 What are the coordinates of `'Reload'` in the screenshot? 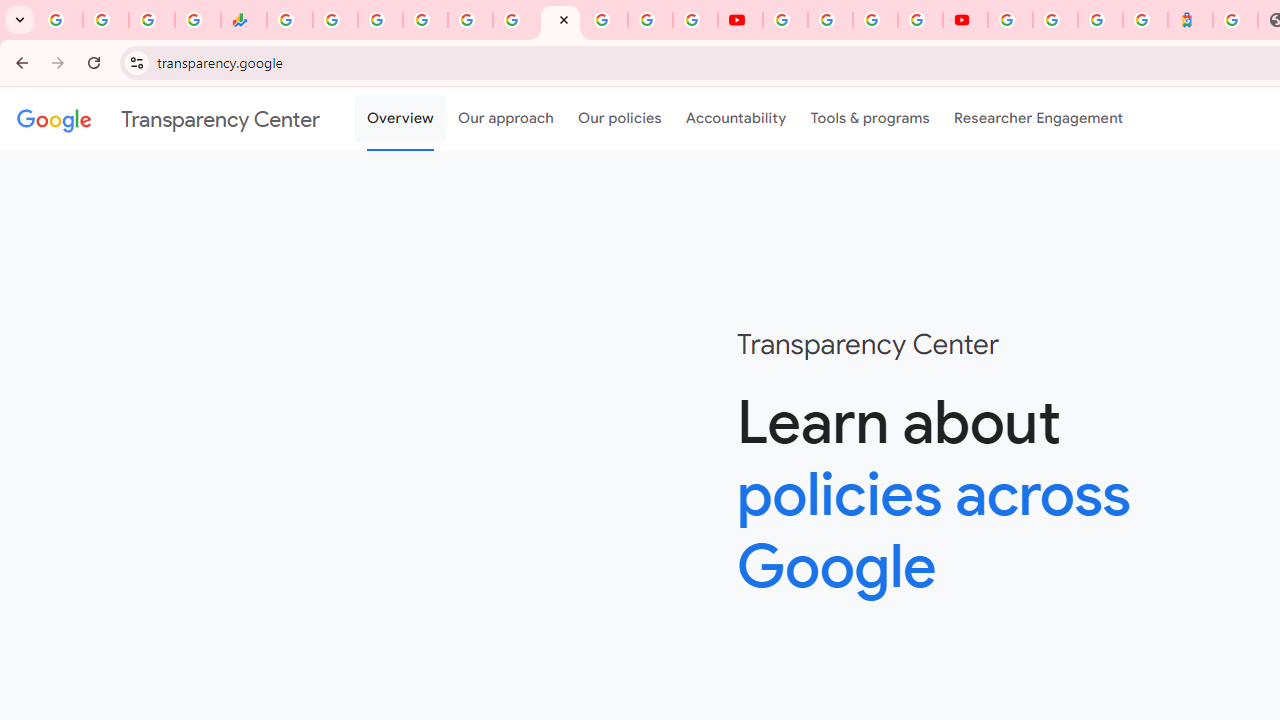 It's located at (93, 61).